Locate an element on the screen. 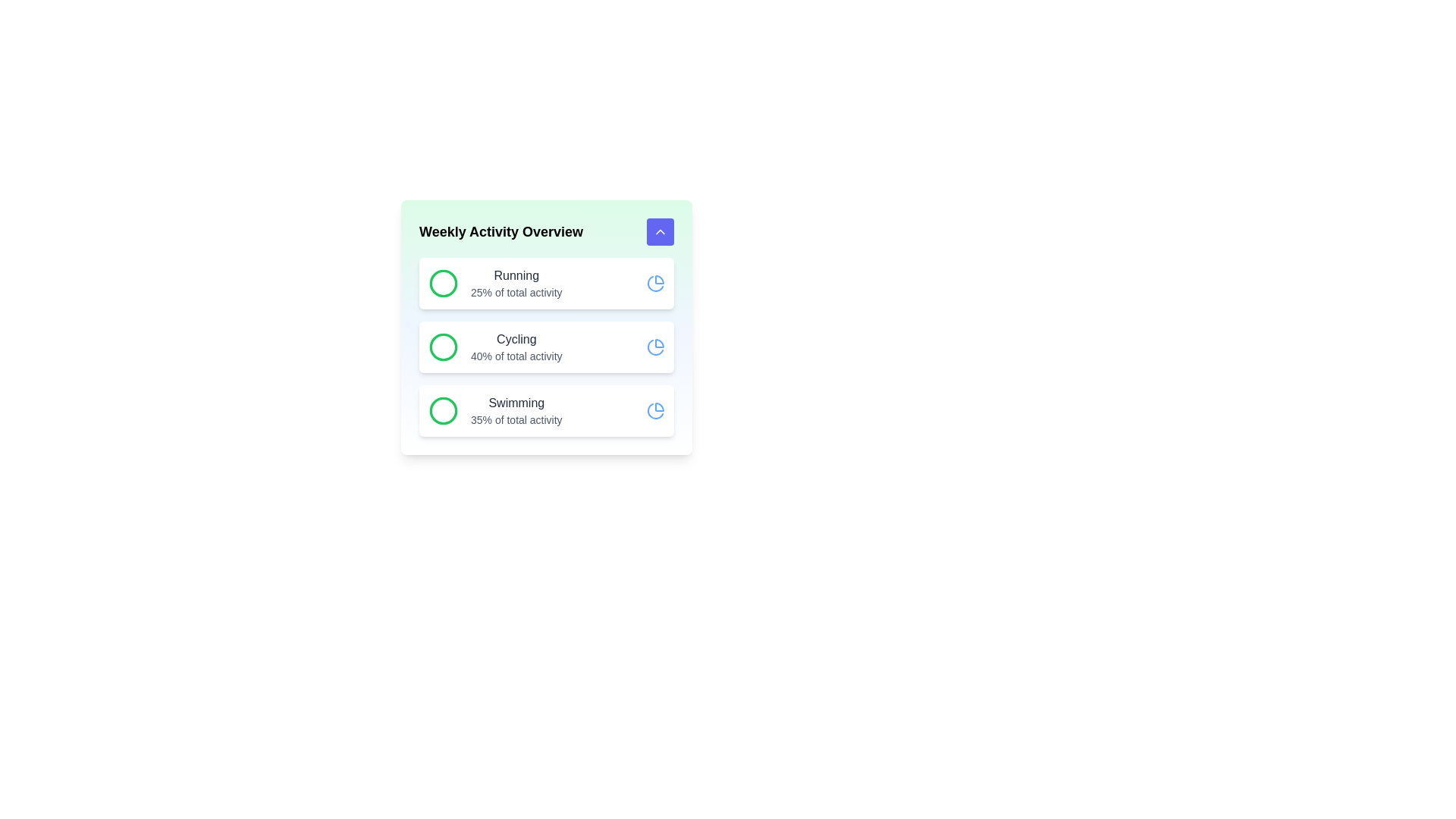 The height and width of the screenshot is (819, 1456). the static text block that describes the activity 'Cycling' and its percentage of total activity, located centrally within the second card in a vertically stacked group of three cards is located at coordinates (516, 347).